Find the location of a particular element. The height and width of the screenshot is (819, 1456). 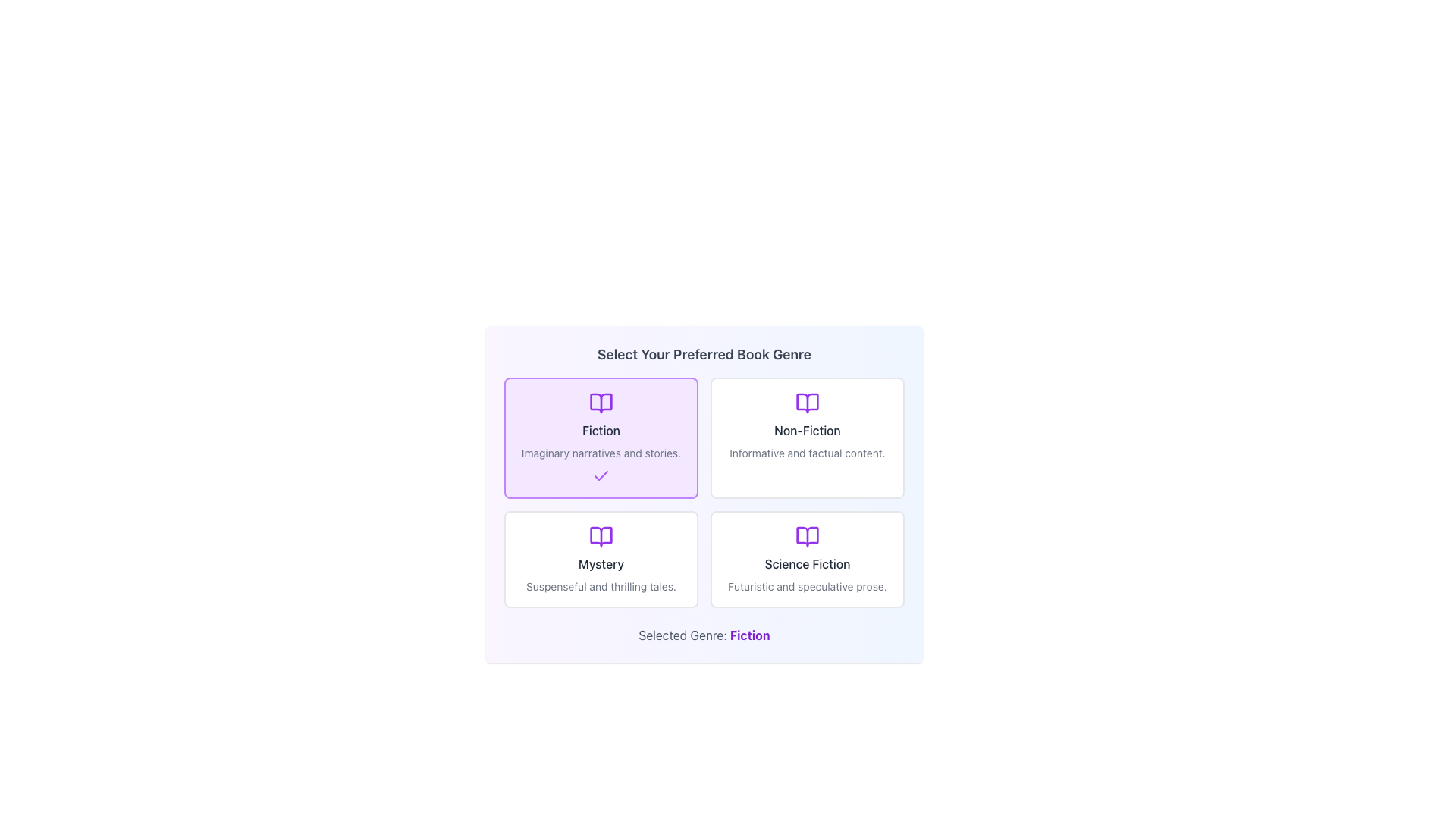

the left portion of the open book icon within the 'Non-Fiction' button located in the top-right of the grid is located at coordinates (807, 403).